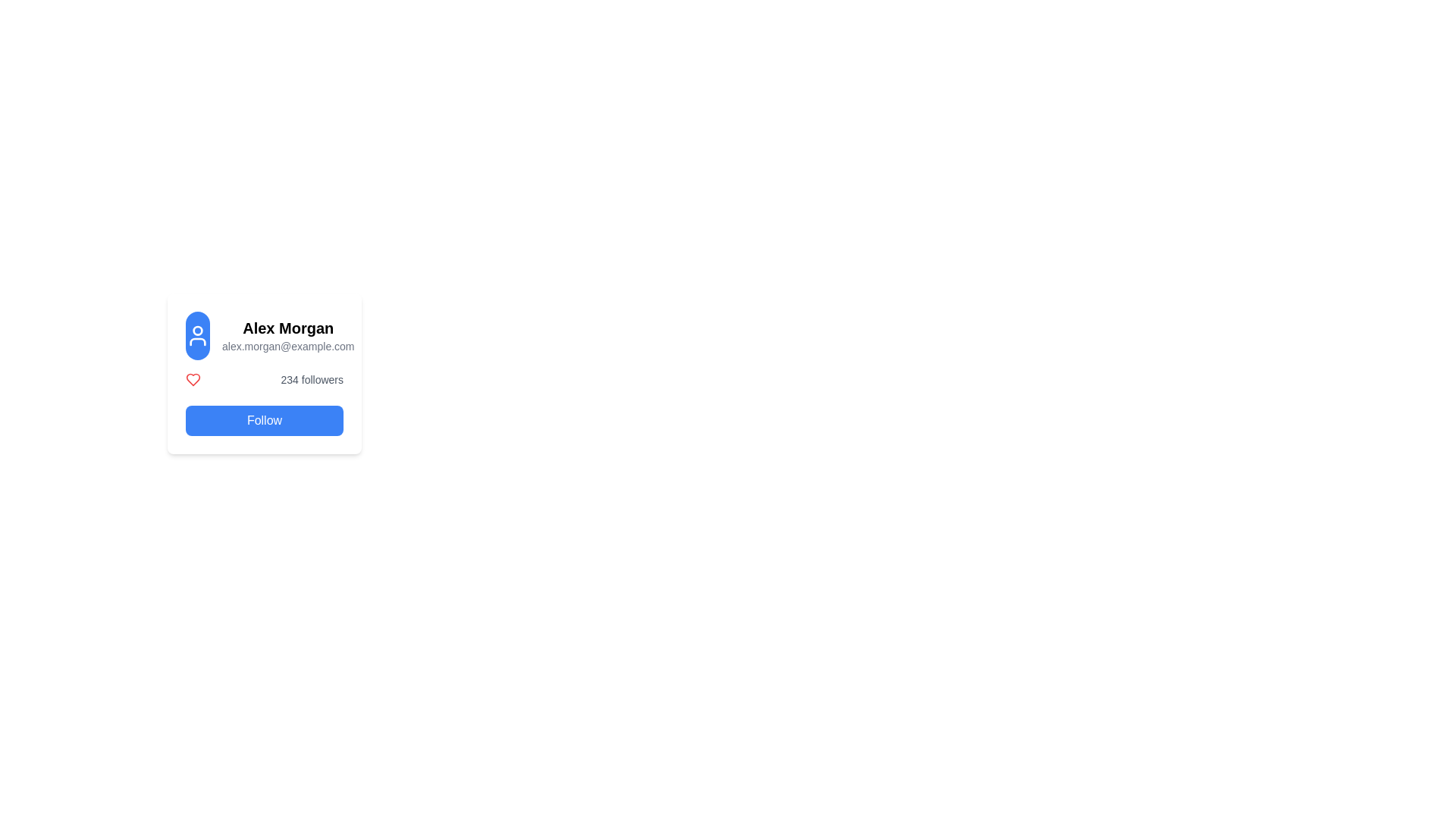 The image size is (1456, 819). Describe the element at coordinates (265, 403) in the screenshot. I see `the 'Follow' button located below the '234 followers' text label in the profile card section` at that location.